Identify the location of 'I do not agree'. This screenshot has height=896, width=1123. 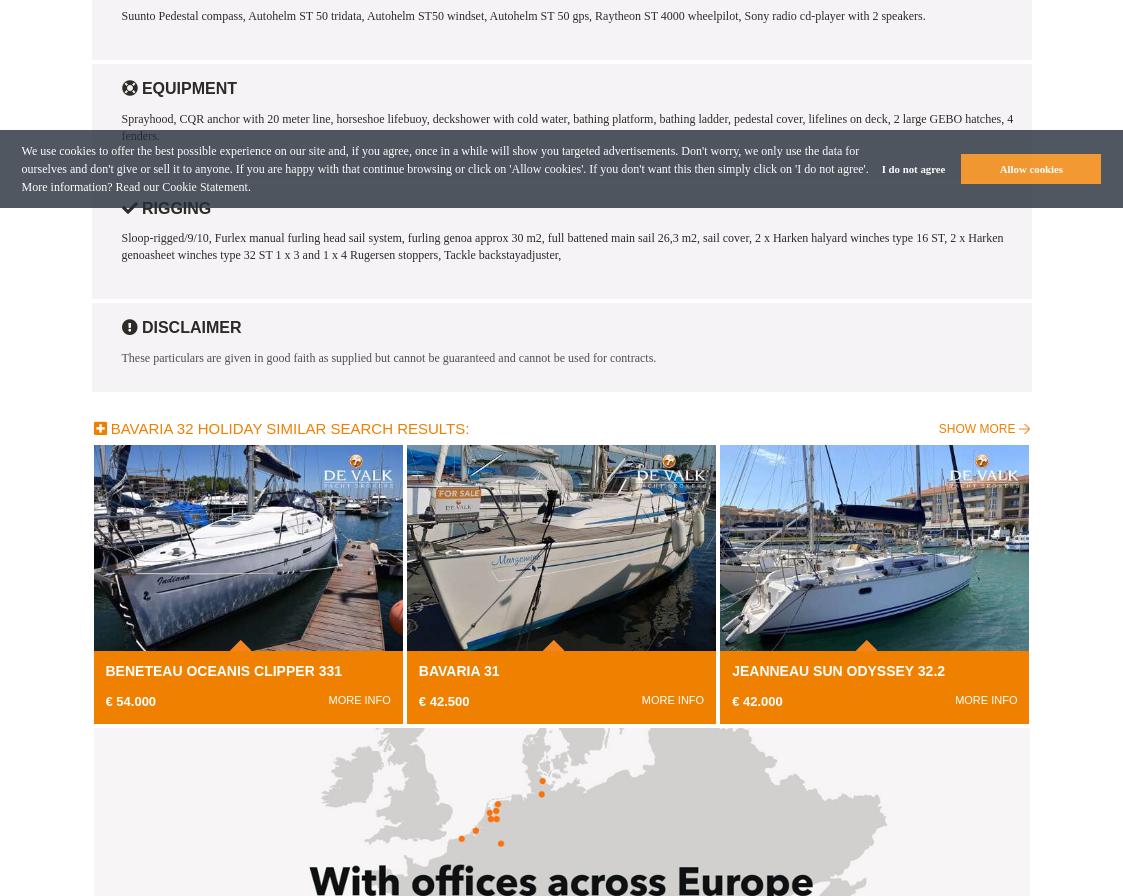
(911, 168).